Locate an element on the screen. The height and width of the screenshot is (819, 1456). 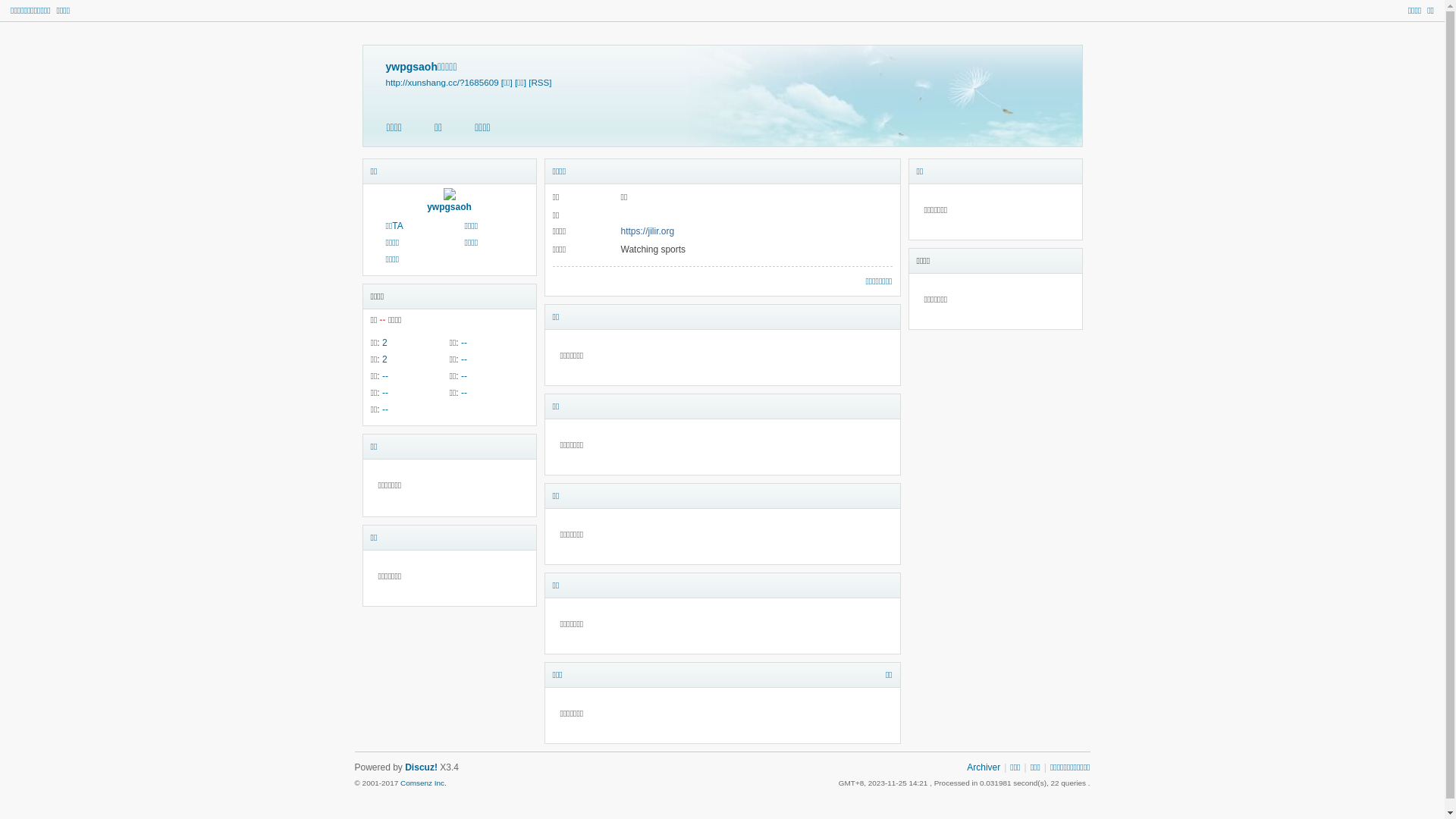
'[RSS]' is located at coordinates (539, 82).